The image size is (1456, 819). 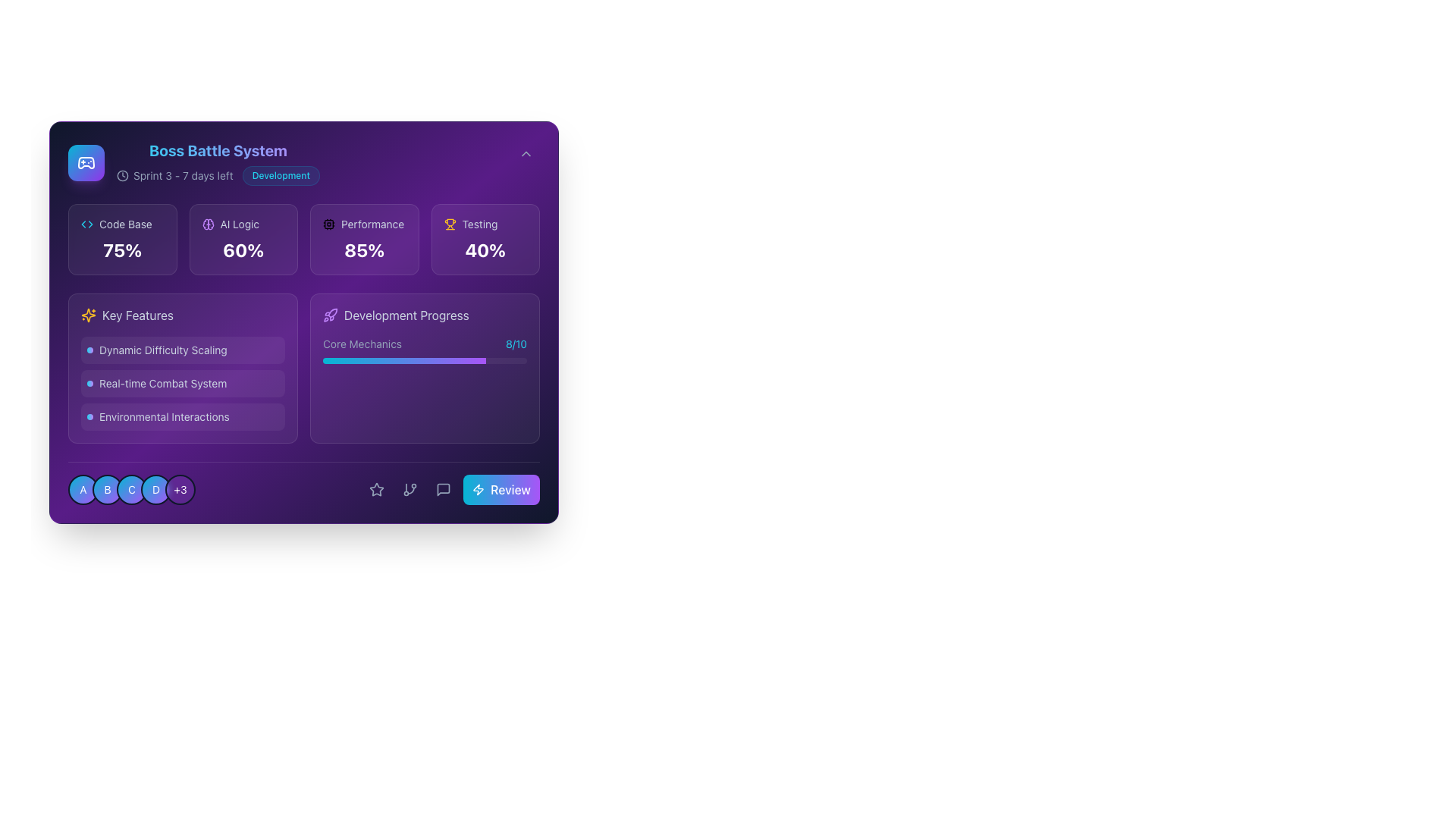 What do you see at coordinates (243, 249) in the screenshot?
I see `the displayed value of the text label showing '60%' located within the 'AI Logic' card structure` at bounding box center [243, 249].